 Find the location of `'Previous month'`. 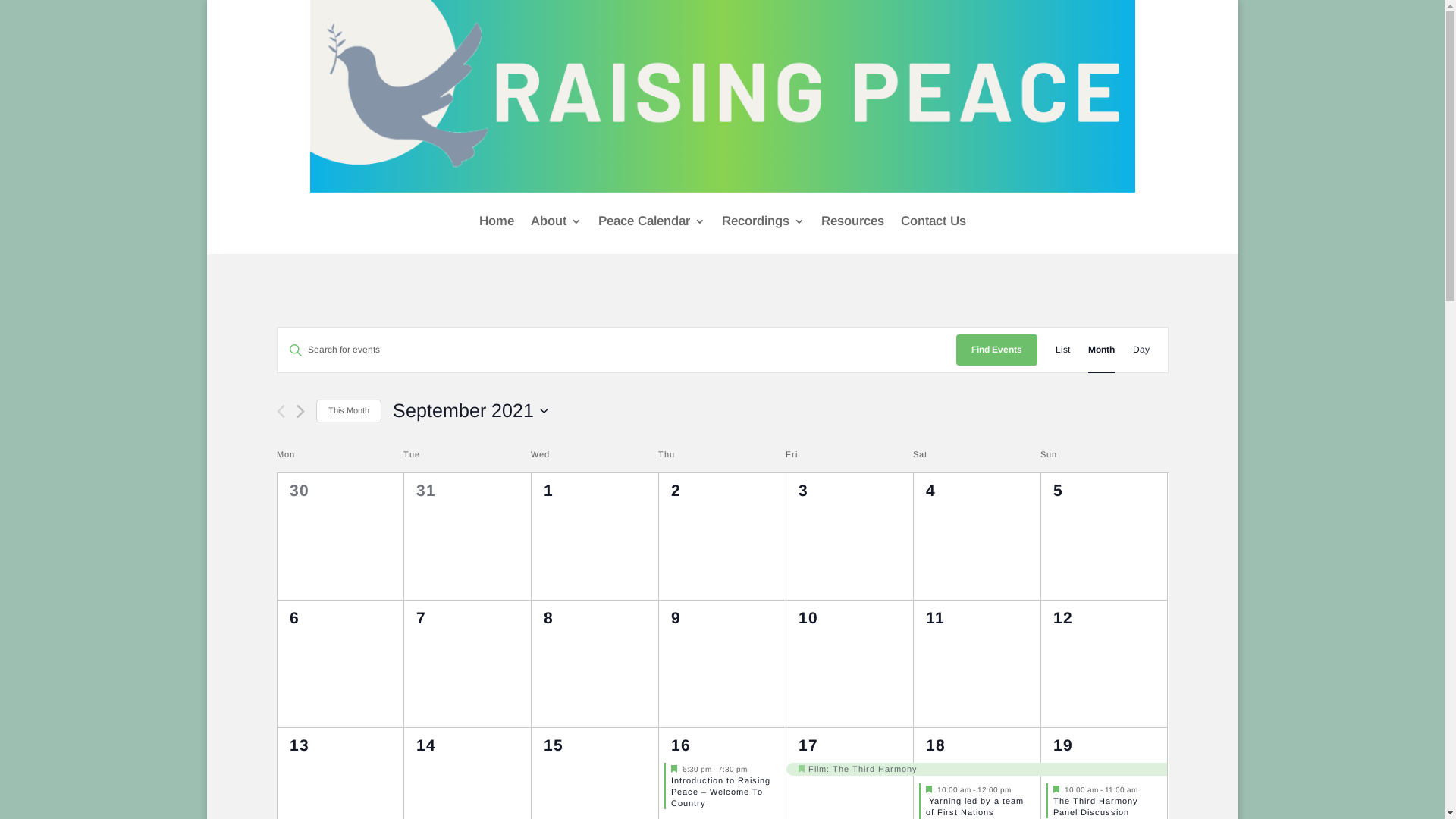

'Previous month' is located at coordinates (276, 411).